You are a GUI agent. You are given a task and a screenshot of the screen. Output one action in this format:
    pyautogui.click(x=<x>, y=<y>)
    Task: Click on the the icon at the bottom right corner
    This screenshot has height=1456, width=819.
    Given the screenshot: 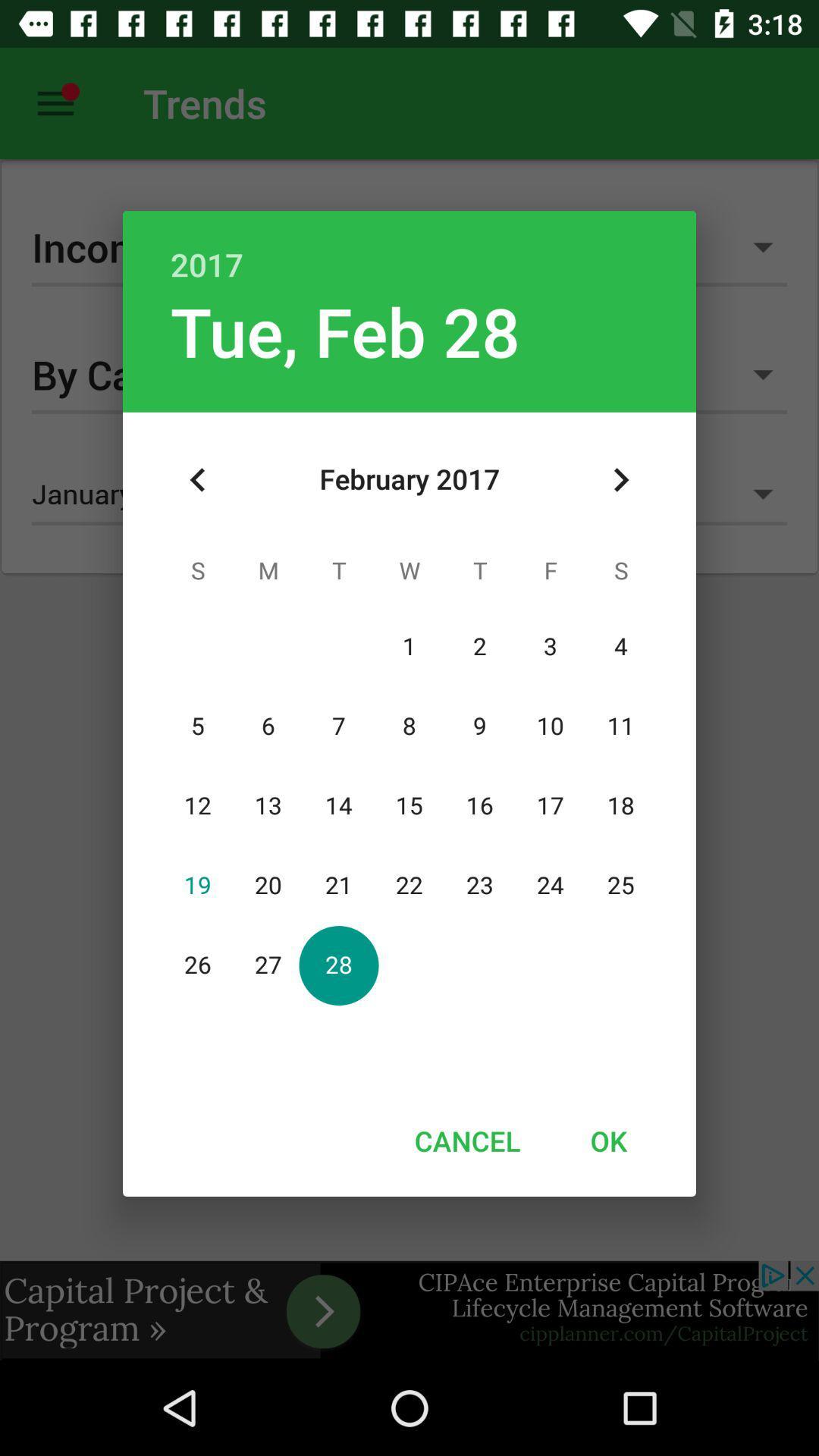 What is the action you would take?
    pyautogui.click(x=607, y=1141)
    